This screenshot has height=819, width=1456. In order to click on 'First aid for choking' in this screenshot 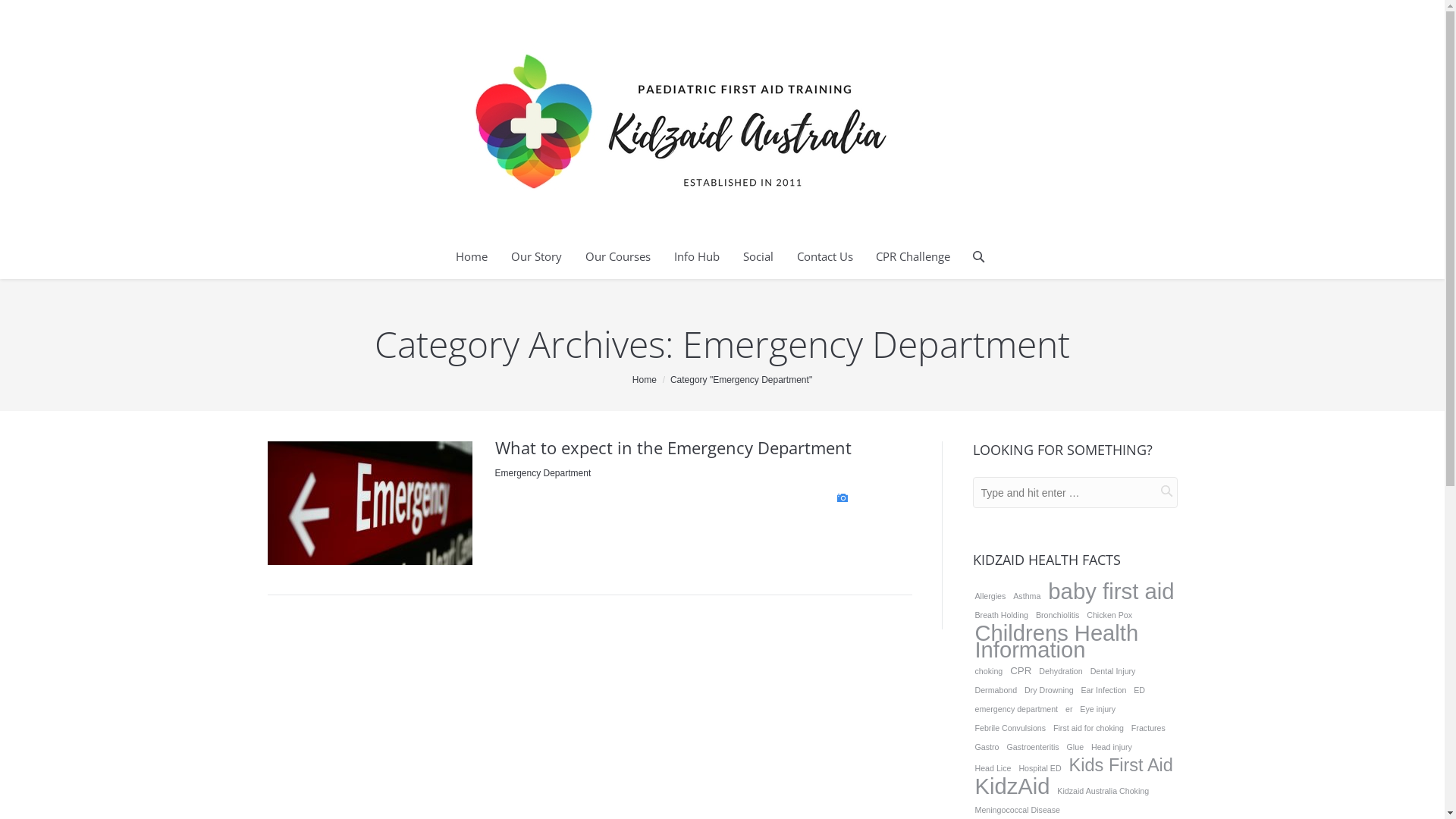, I will do `click(1087, 727)`.